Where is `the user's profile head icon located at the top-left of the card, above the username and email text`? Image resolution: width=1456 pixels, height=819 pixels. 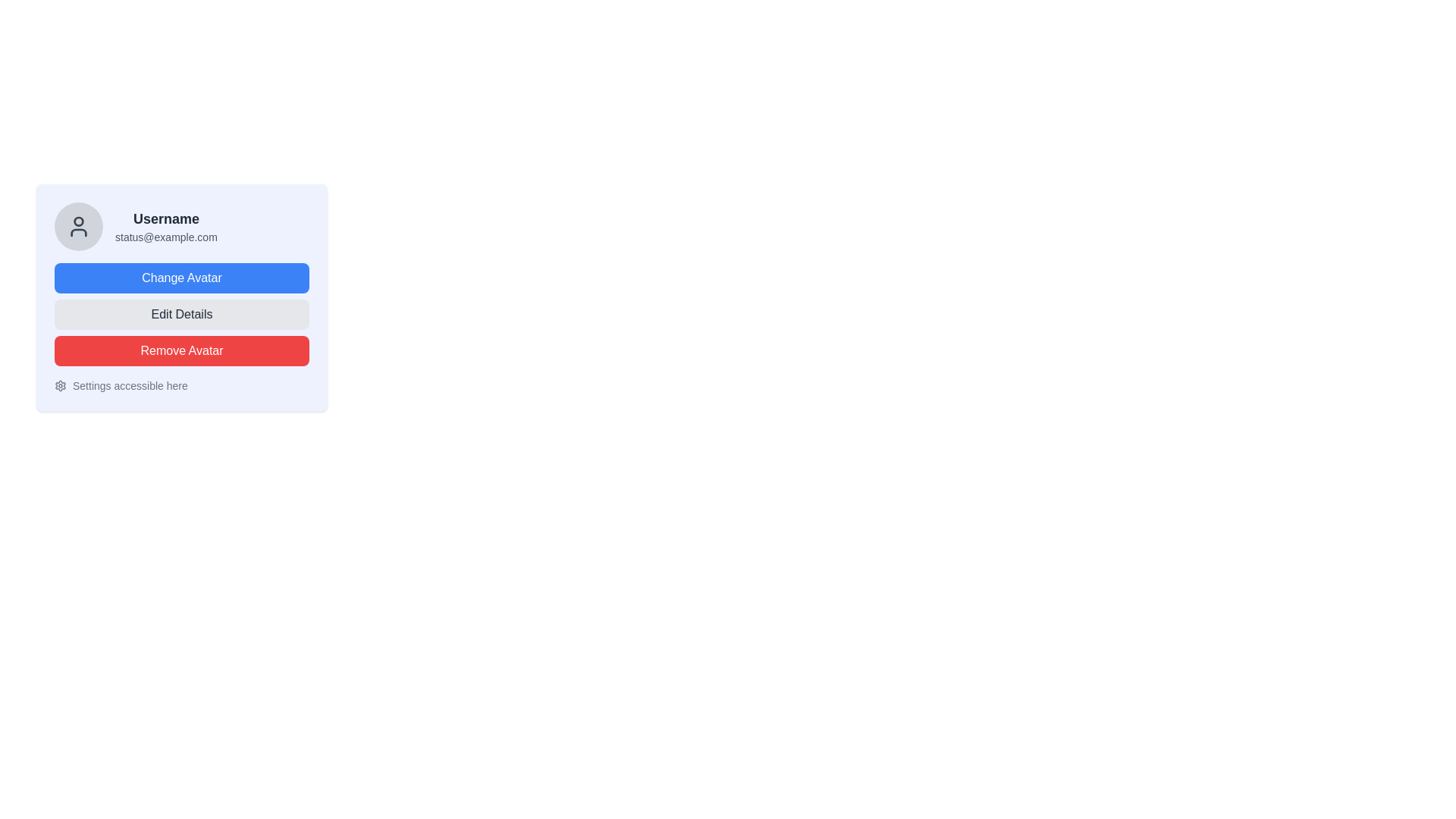 the user's profile head icon located at the top-left of the card, above the username and email text is located at coordinates (78, 221).